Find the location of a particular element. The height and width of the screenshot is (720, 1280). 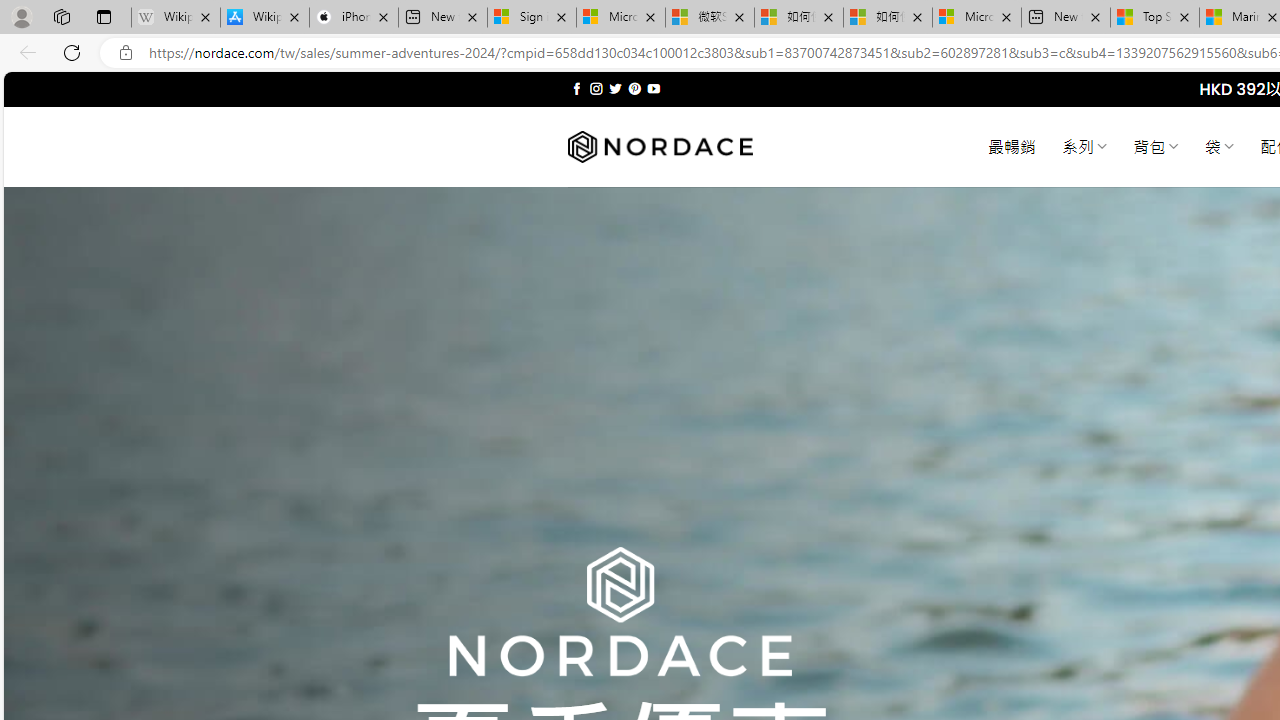

'Follow on Twitter' is located at coordinates (614, 88).